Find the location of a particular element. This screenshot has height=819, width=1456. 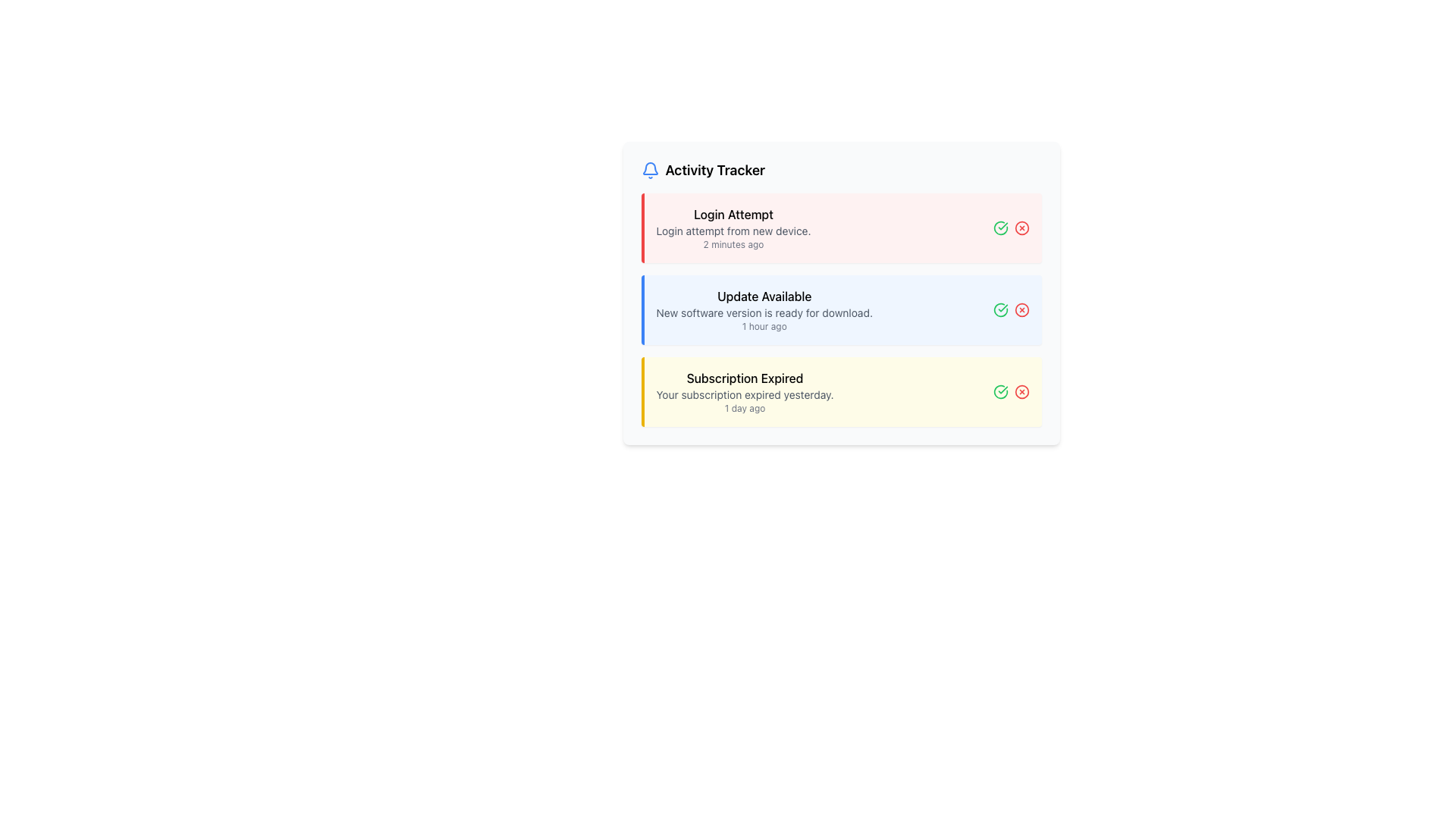

the Heading with an icon located at the top-left corner of the card component, which serves as a label for the card section is located at coordinates (702, 170).